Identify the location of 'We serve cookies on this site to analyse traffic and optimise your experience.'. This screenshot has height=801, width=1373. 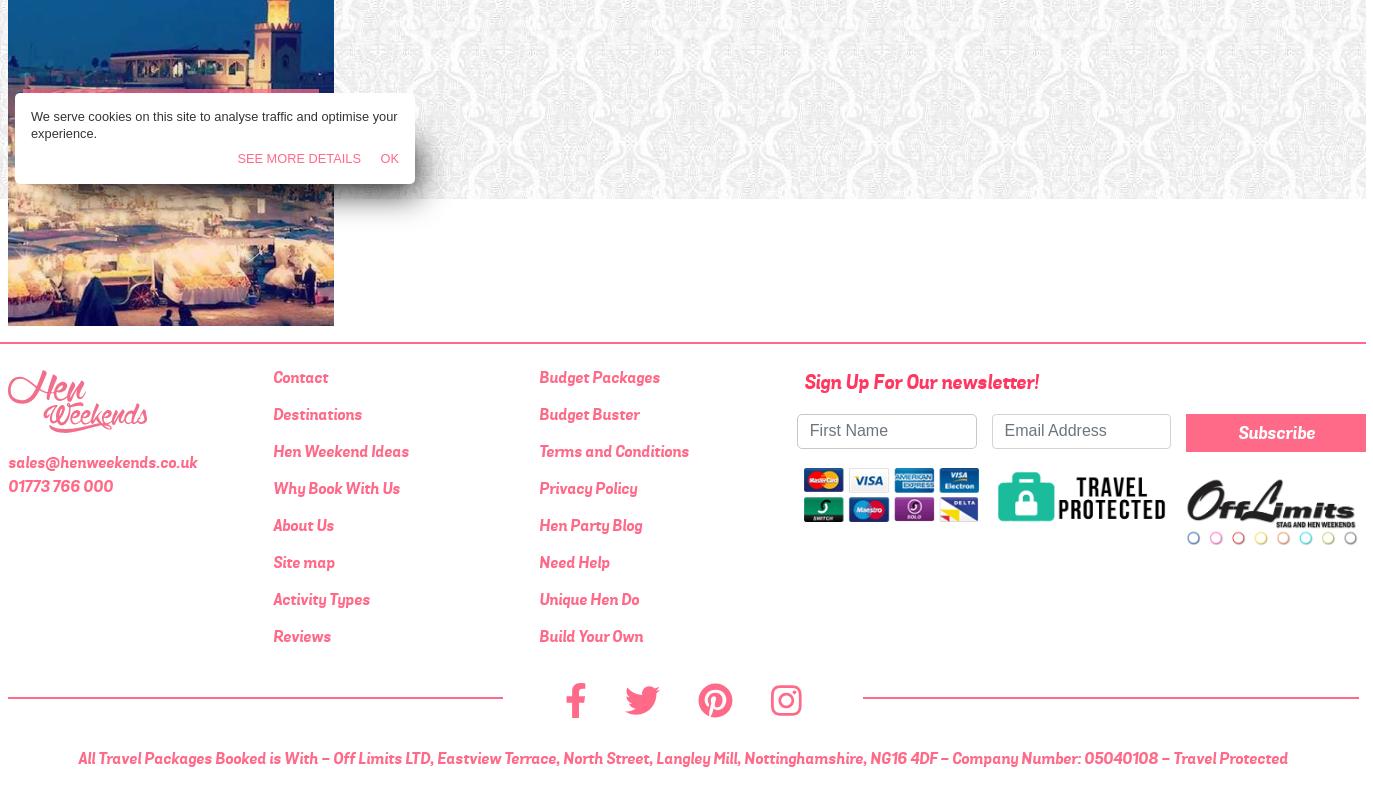
(213, 123).